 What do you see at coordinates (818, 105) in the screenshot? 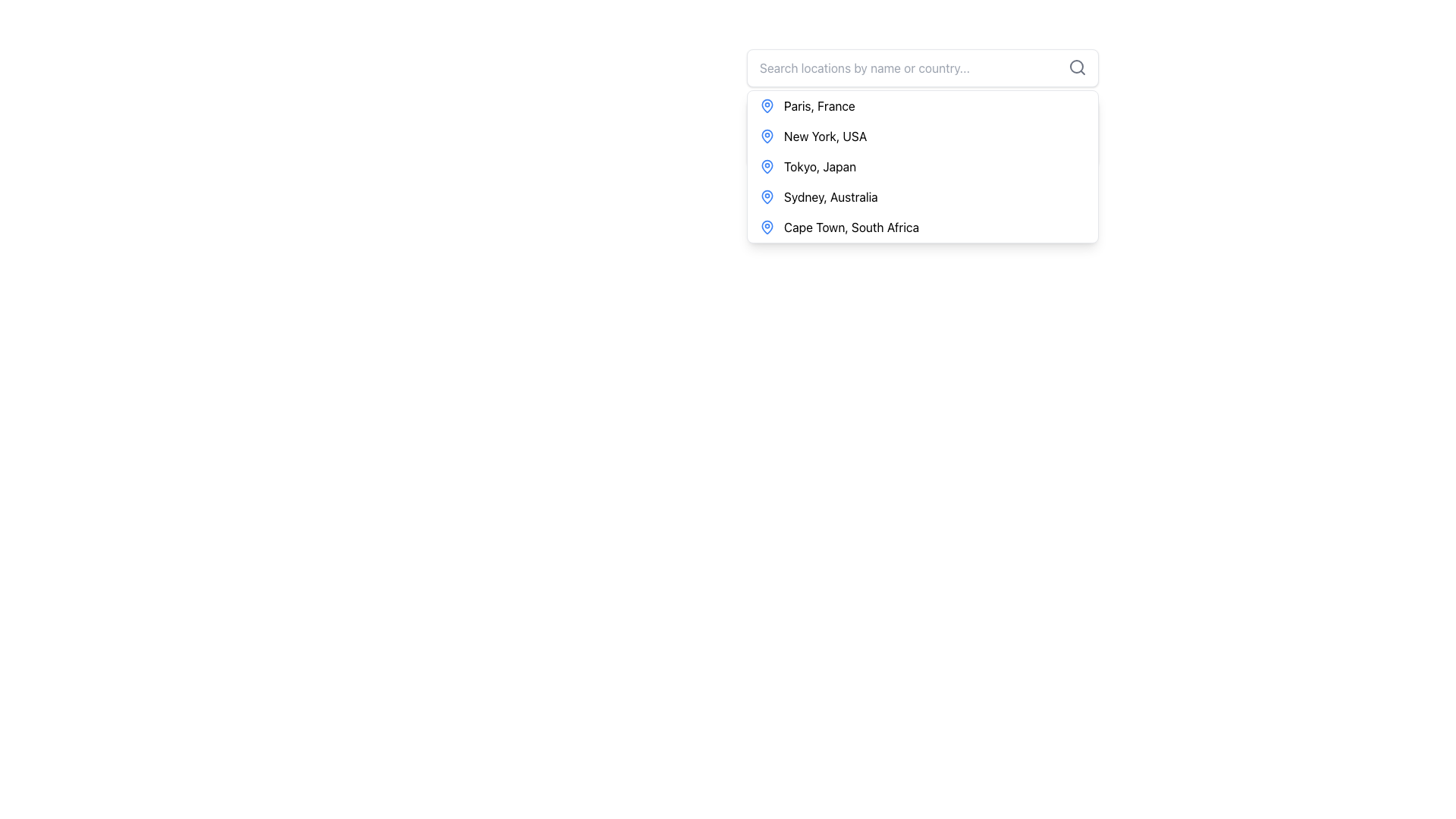
I see `the text label displaying 'Paris, France' in the dropdown menu, which is the first item in the list and aligned with a location pin icon` at bounding box center [818, 105].